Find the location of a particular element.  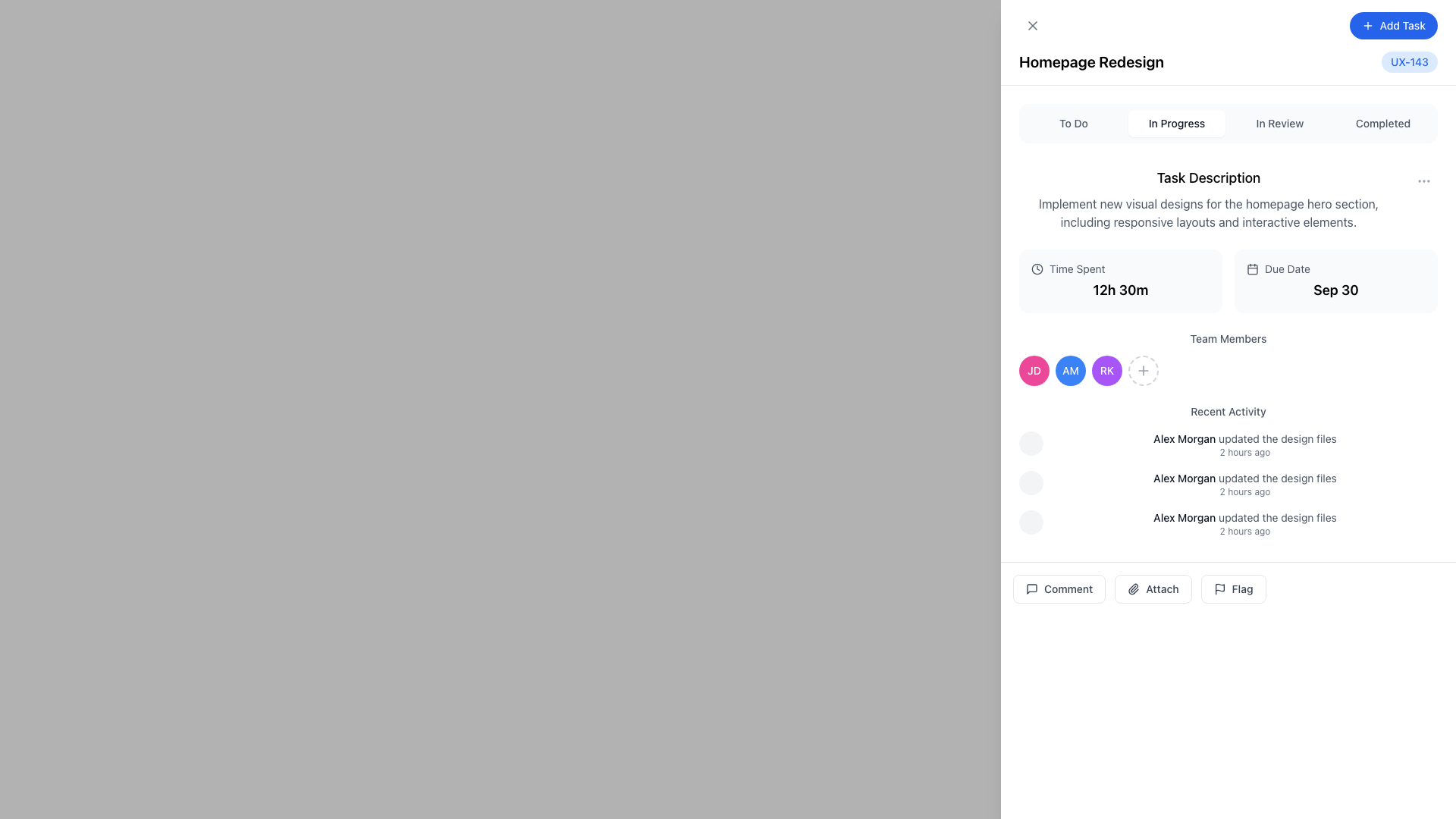

the 'Close' button located in the upper-left corner of the 'Add Task' modal to trigger a visual change is located at coordinates (1032, 26).